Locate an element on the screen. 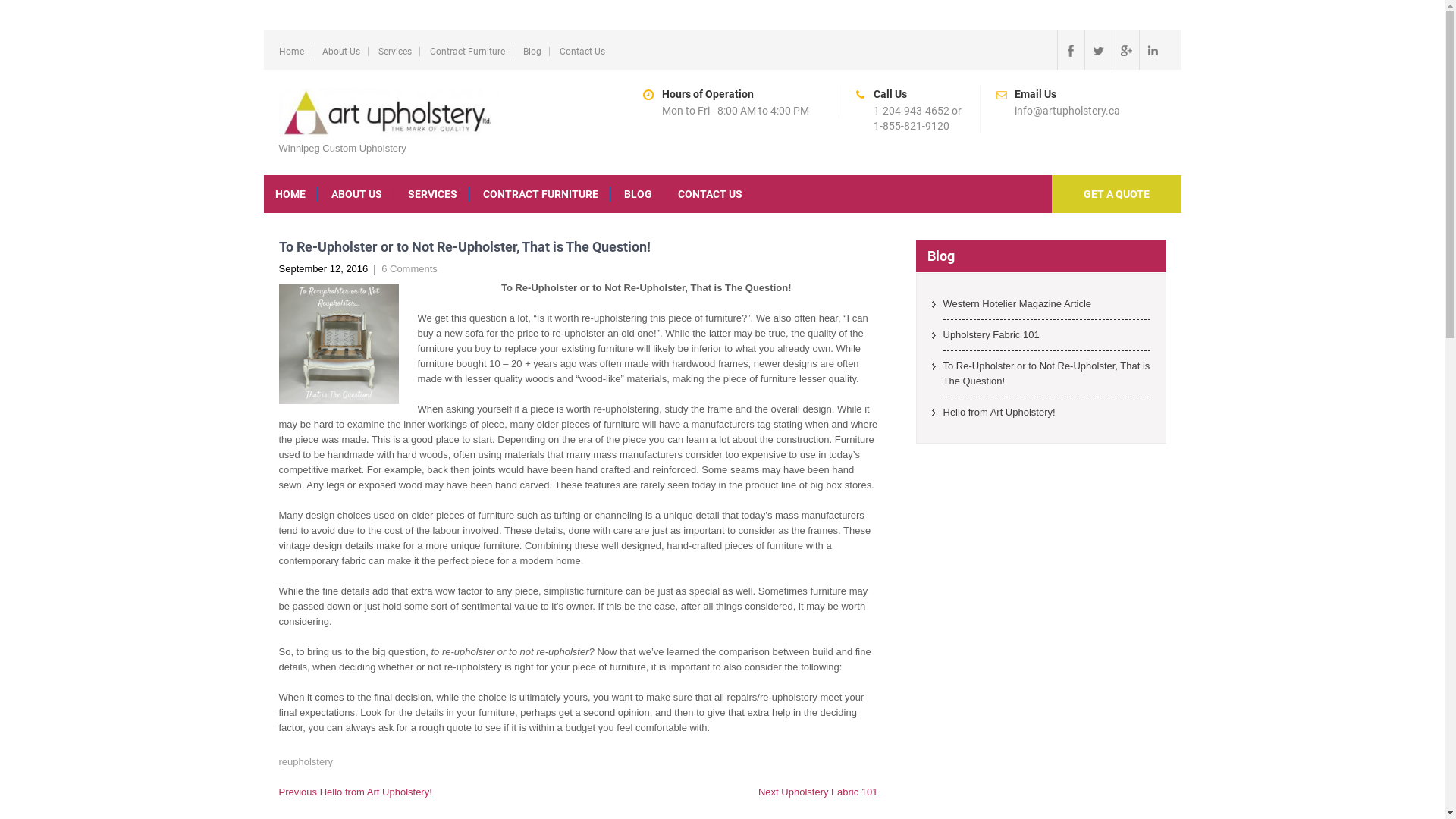 The image size is (1456, 819). 'linkedin' is located at coordinates (1153, 49).